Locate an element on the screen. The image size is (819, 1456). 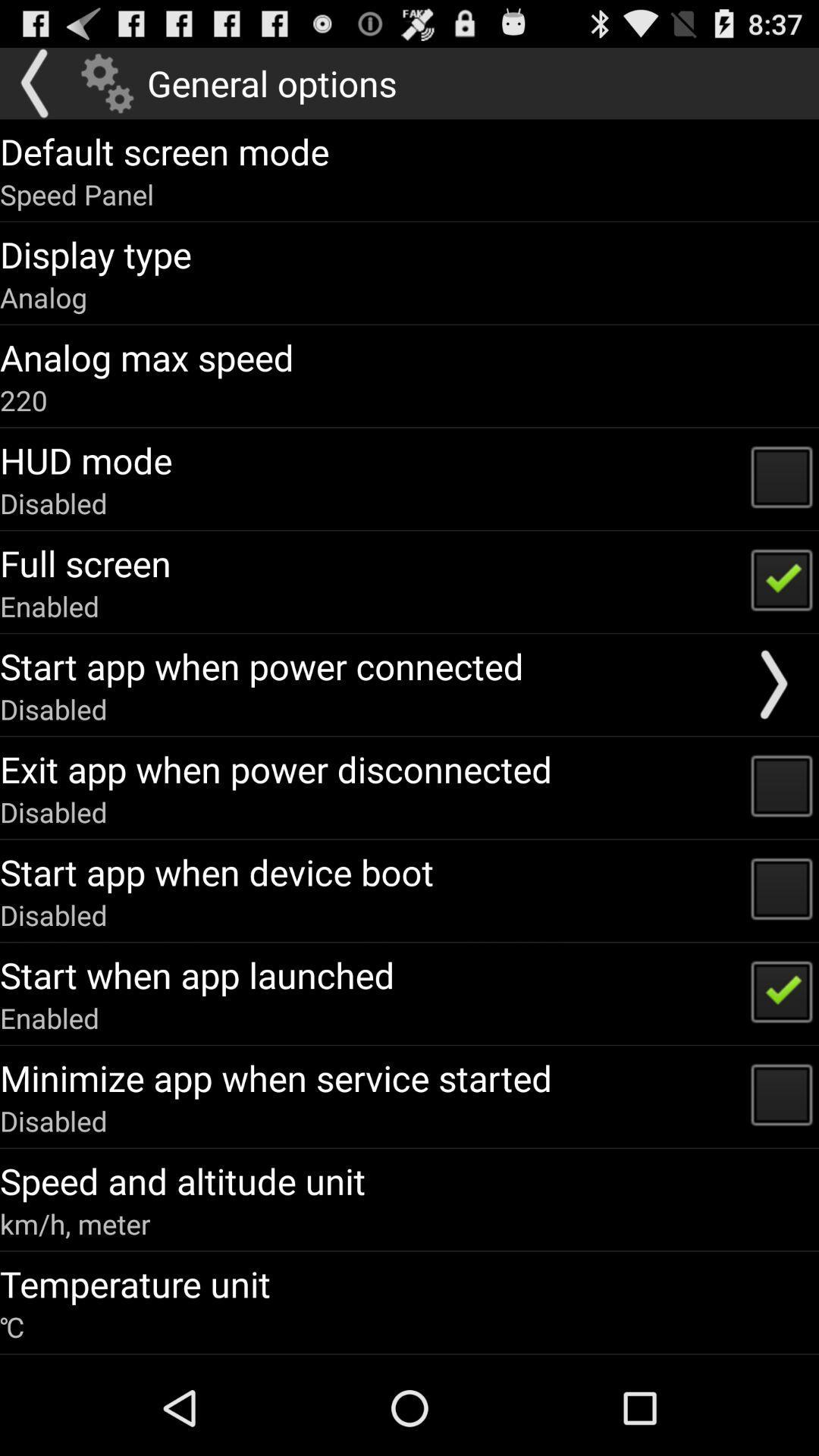
icon below default screen mode is located at coordinates (77, 193).